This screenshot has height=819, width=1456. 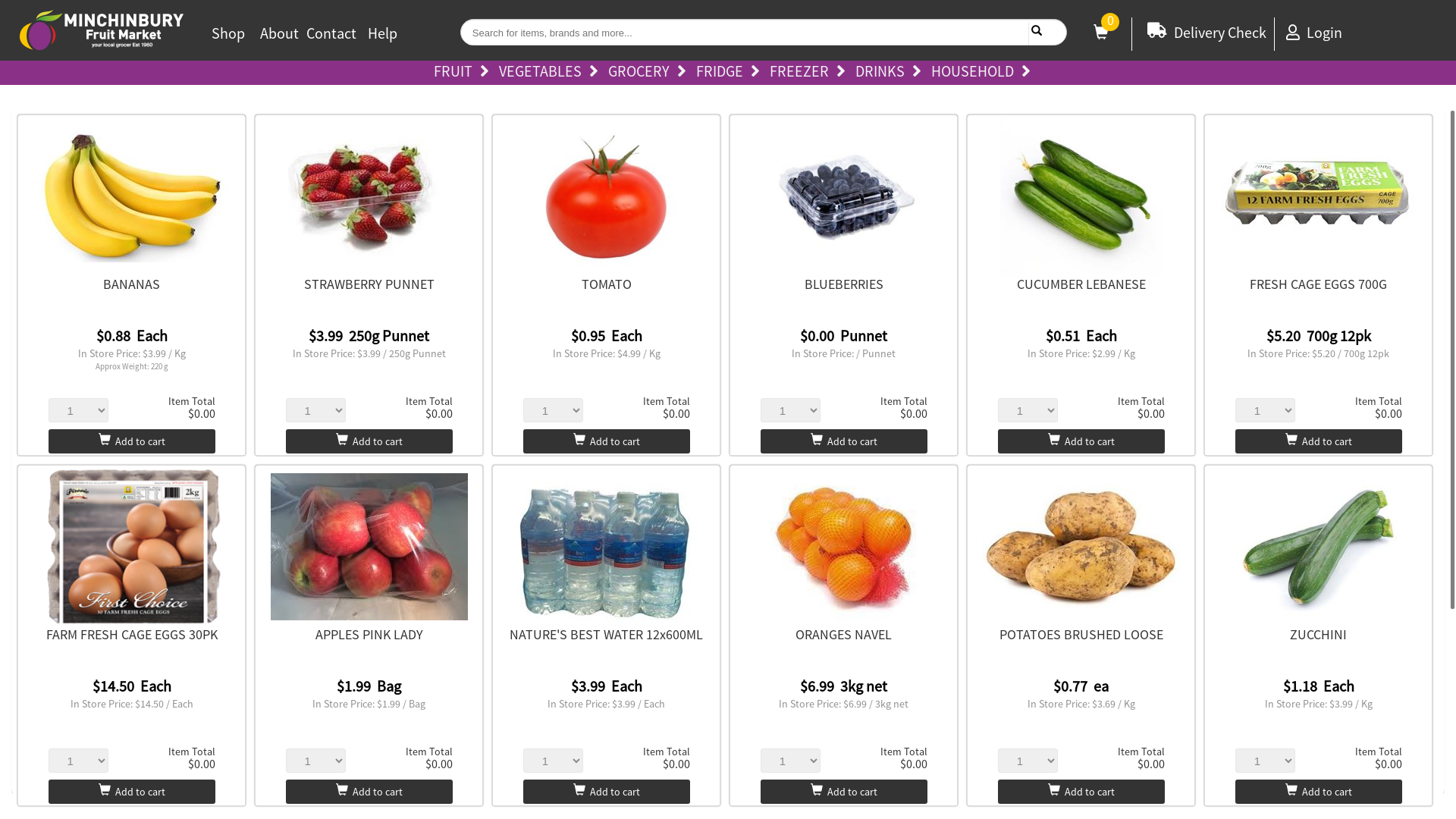 What do you see at coordinates (382, 33) in the screenshot?
I see `'Help'` at bounding box center [382, 33].